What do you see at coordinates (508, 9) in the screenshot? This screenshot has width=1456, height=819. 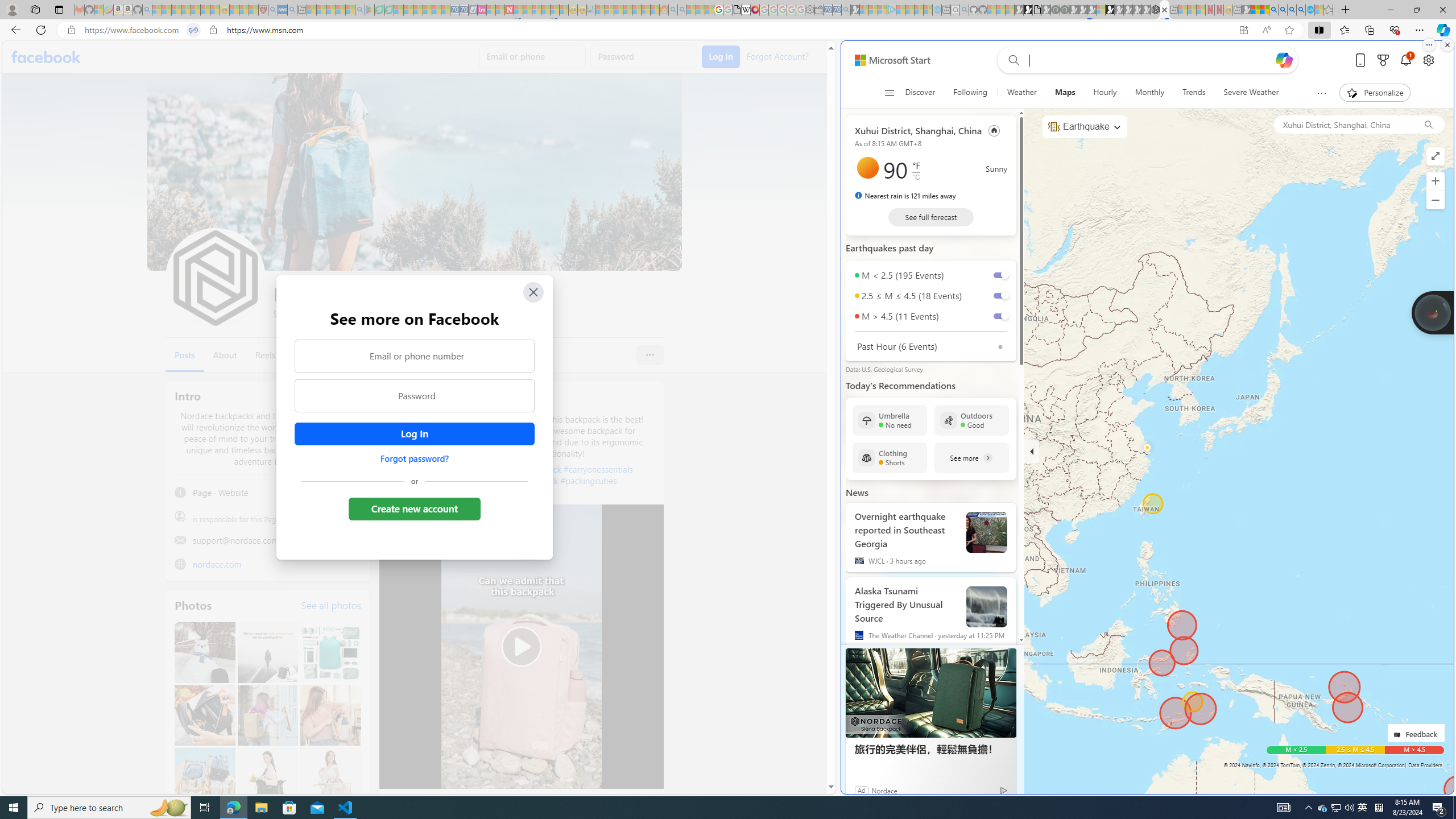 I see `'Latest Politics News & Archive | Newsweek.com - Sleeping'` at bounding box center [508, 9].